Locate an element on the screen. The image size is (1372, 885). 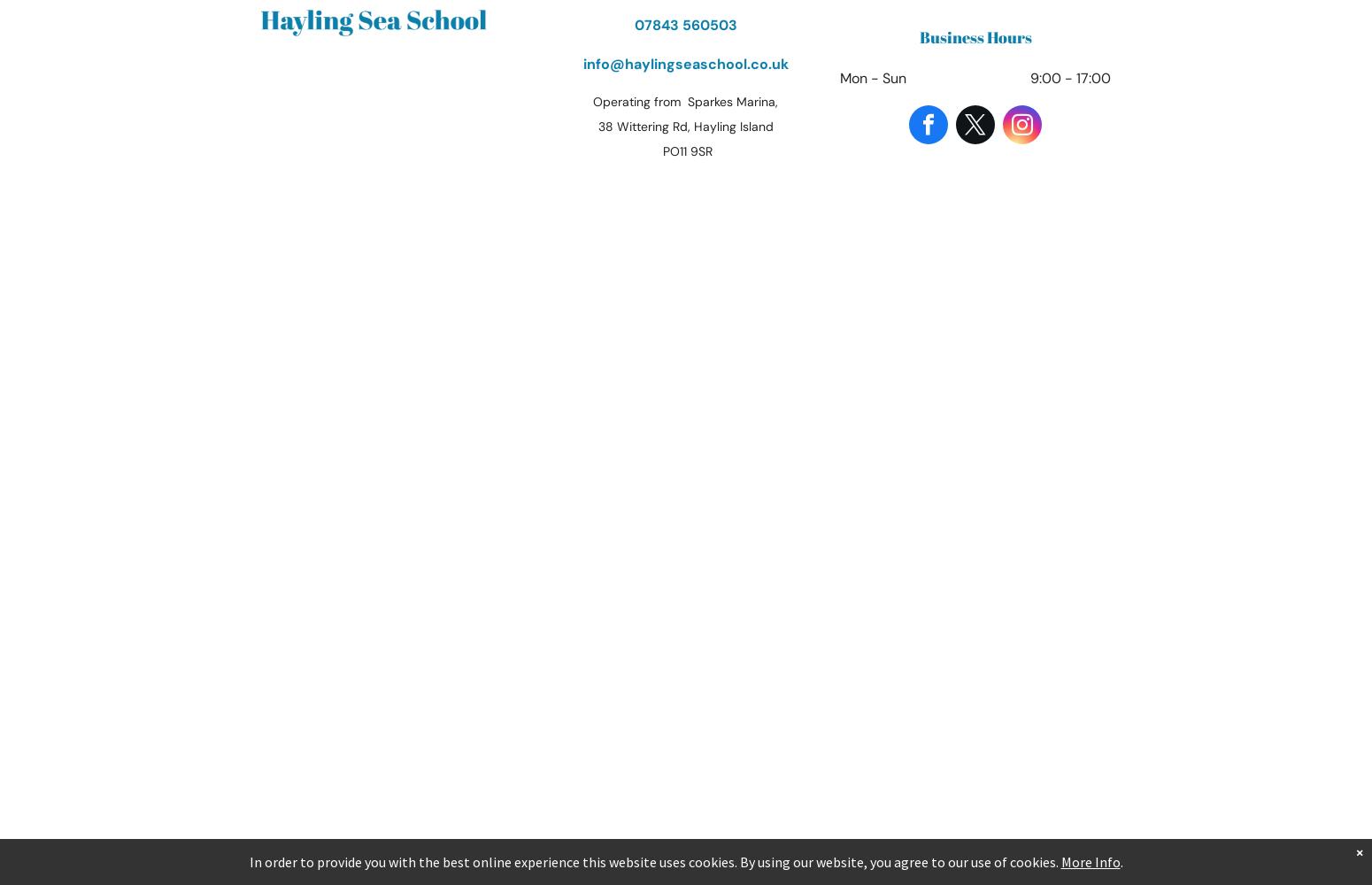
'07843 560503' is located at coordinates (685, 25).